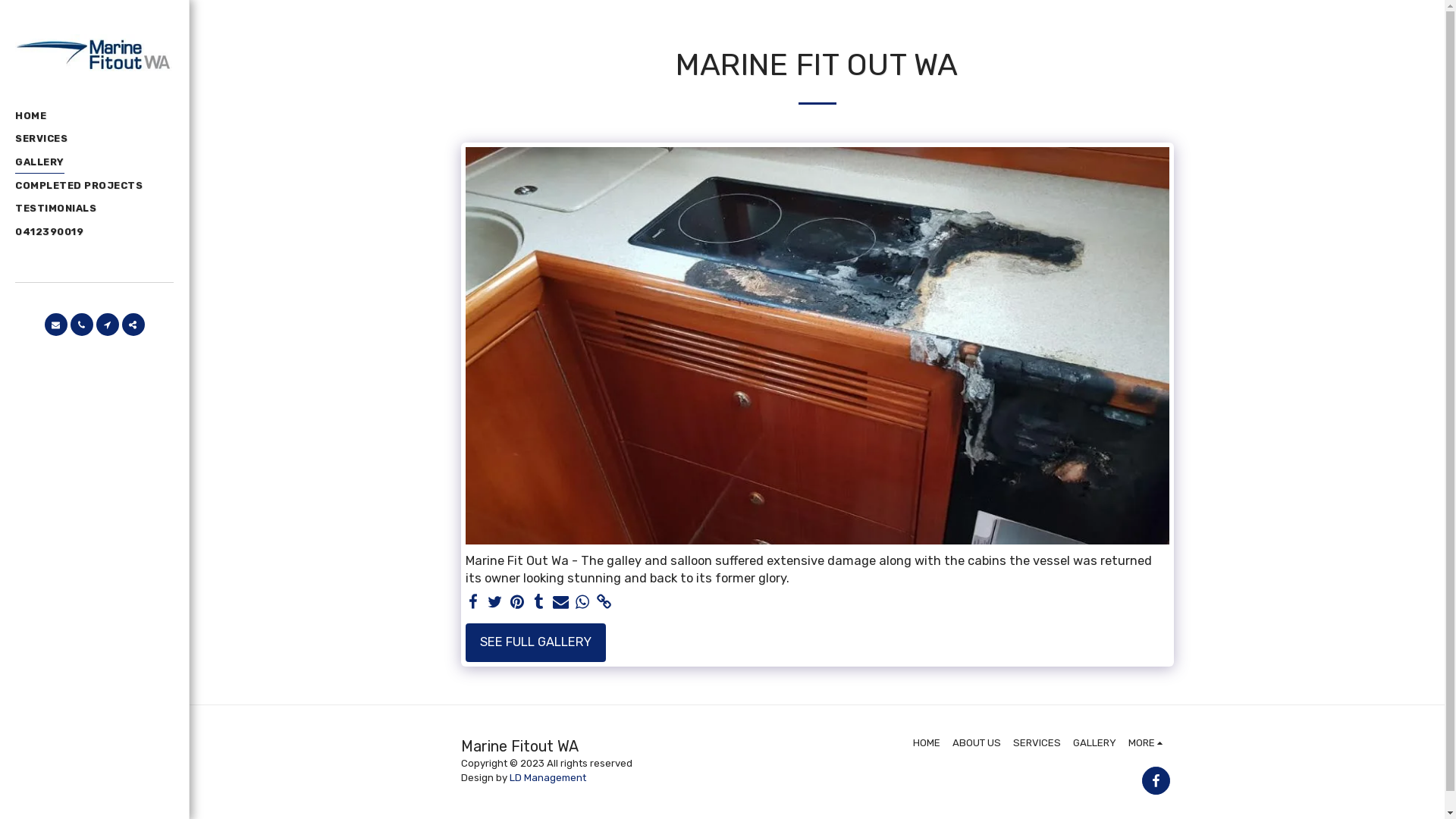 Image resolution: width=1456 pixels, height=819 pixels. What do you see at coordinates (560, 601) in the screenshot?
I see `'Share by Email'` at bounding box center [560, 601].